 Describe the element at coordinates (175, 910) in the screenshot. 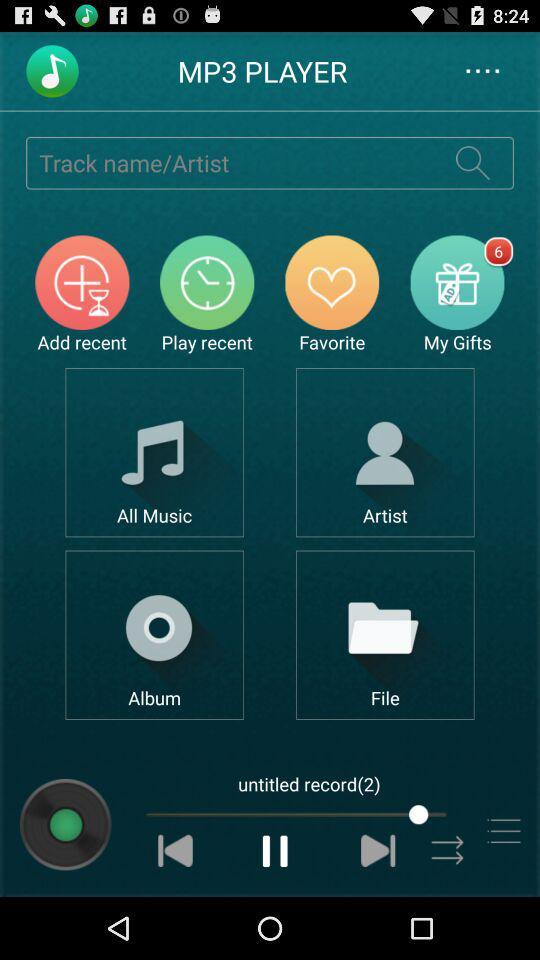

I see `the skip_previous icon` at that location.